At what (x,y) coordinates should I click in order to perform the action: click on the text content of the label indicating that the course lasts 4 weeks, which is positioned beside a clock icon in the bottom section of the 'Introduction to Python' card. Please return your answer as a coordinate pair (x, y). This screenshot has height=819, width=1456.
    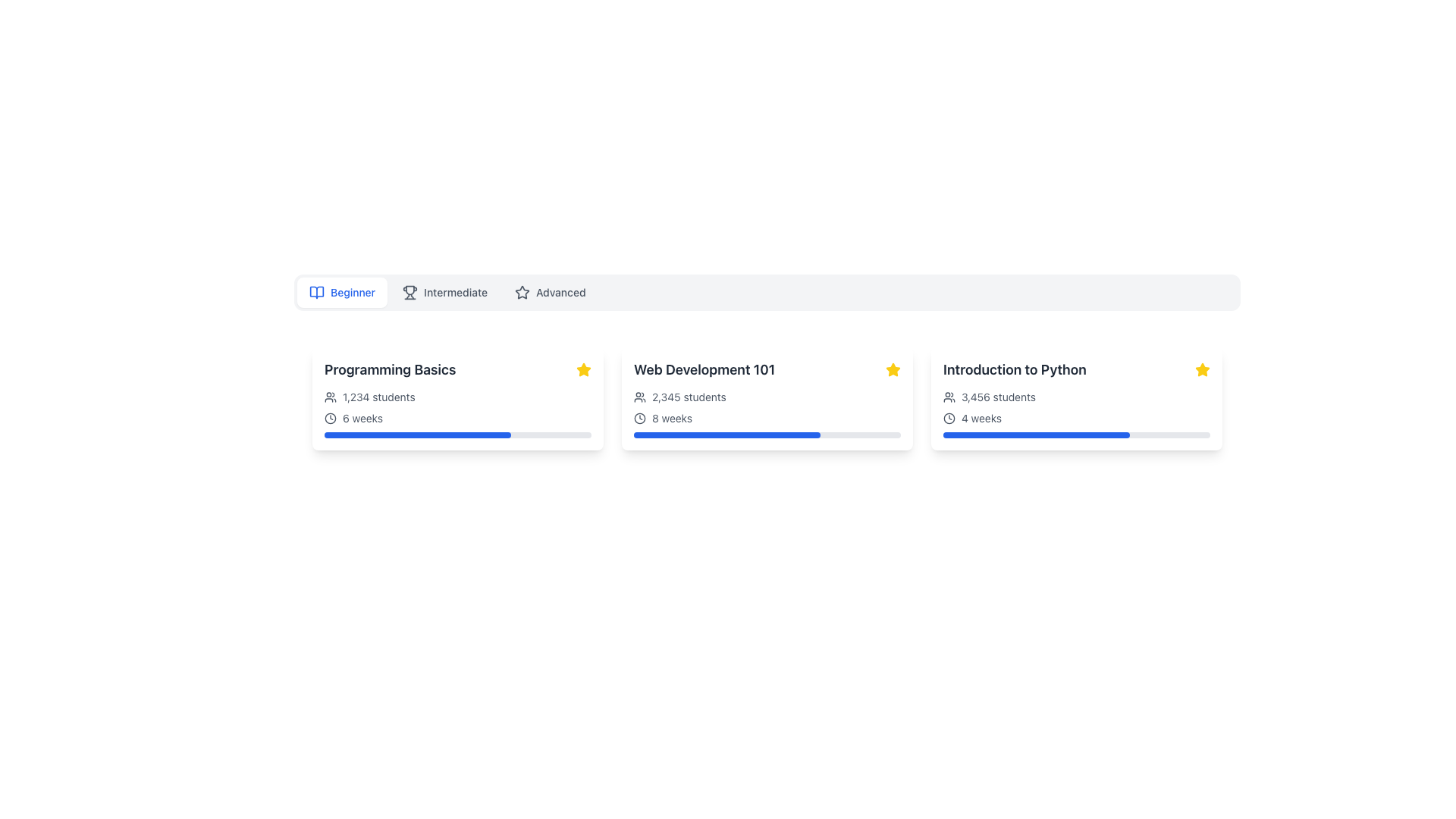
    Looking at the image, I should click on (981, 418).